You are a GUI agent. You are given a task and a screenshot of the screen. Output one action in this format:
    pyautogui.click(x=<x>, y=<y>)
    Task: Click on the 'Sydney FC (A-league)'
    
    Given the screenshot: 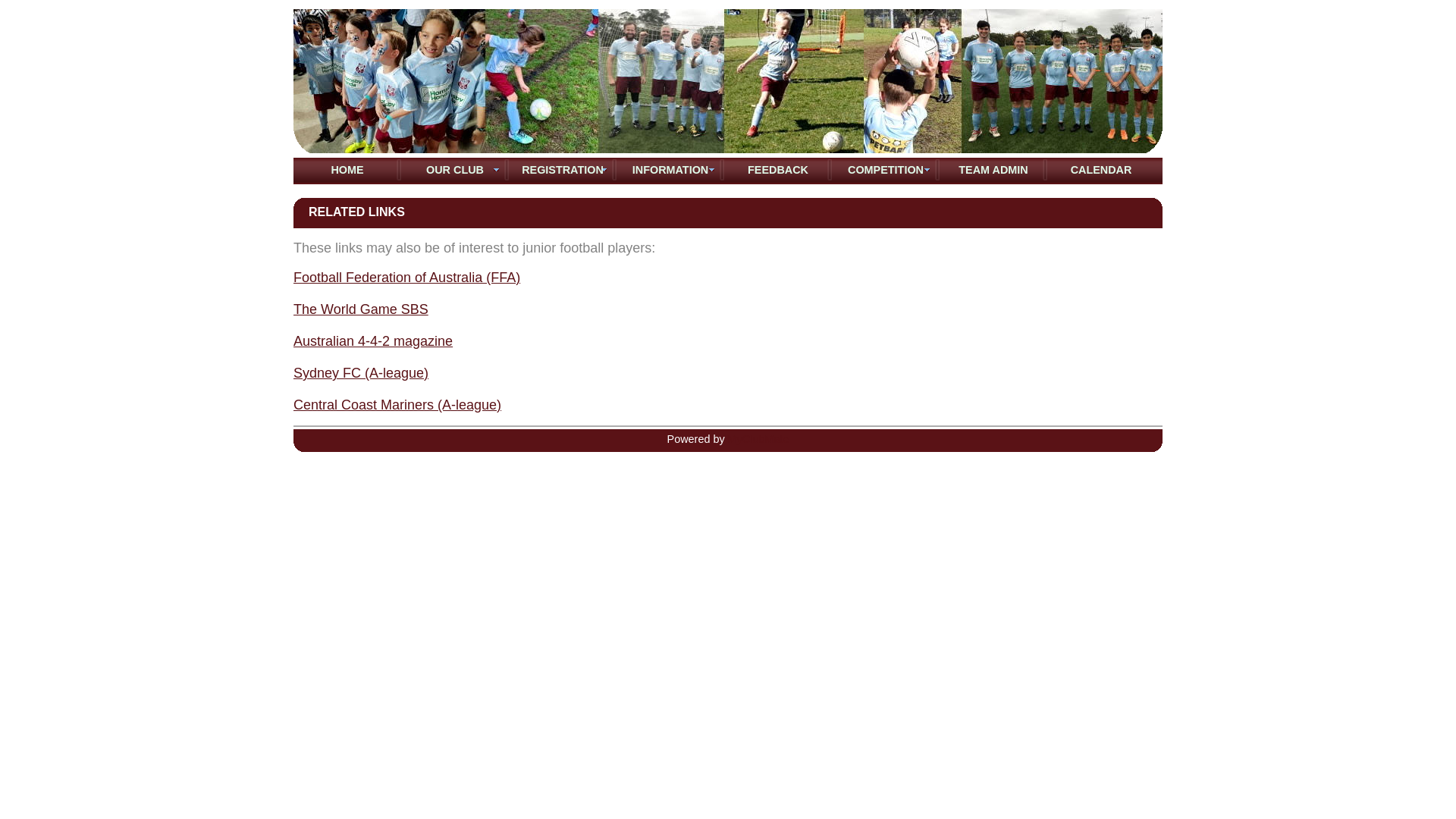 What is the action you would take?
    pyautogui.click(x=293, y=373)
    